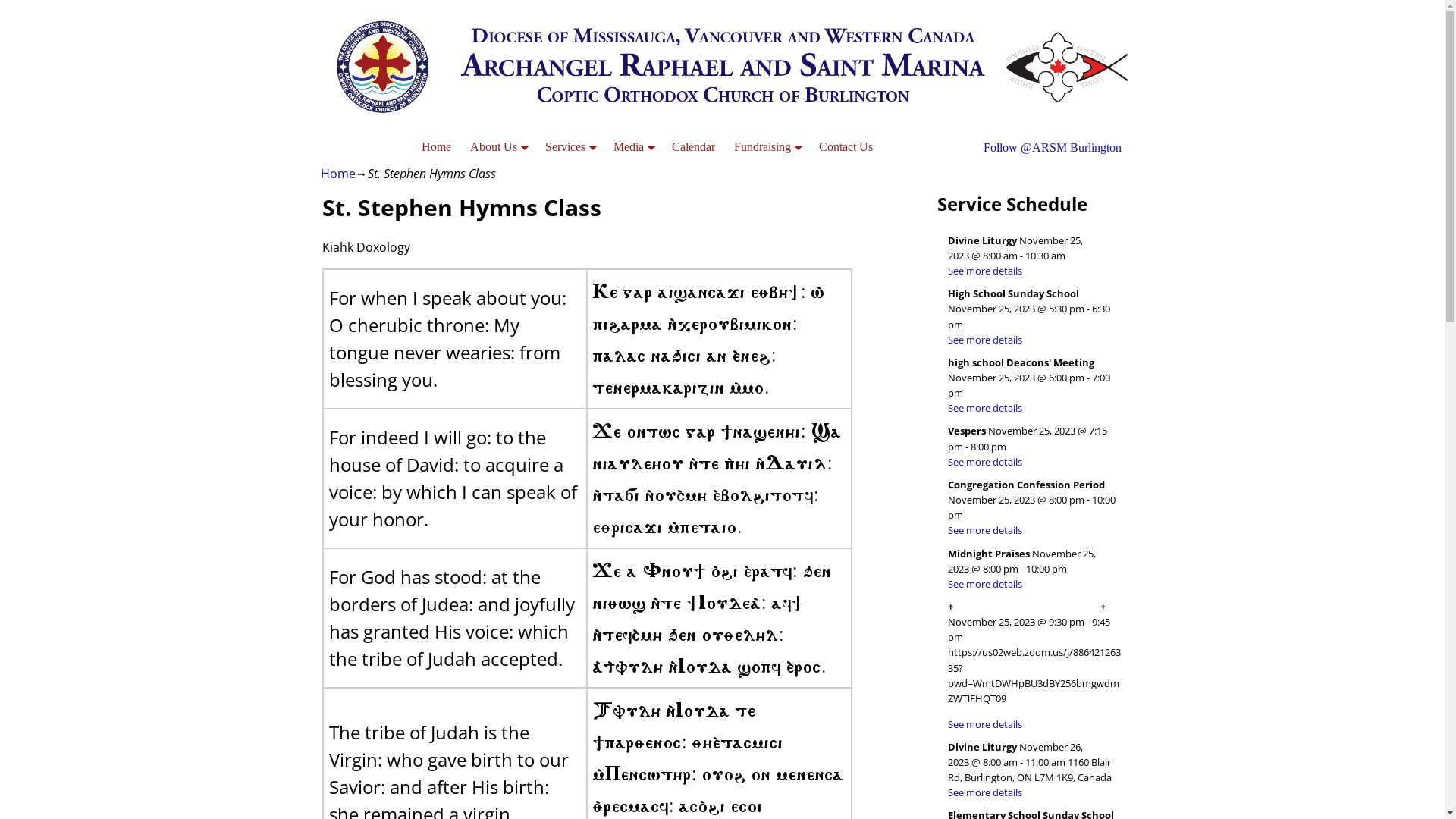 Image resolution: width=1456 pixels, height=819 pixels. What do you see at coordinates (767, 147) in the screenshot?
I see `'Fundraising'` at bounding box center [767, 147].